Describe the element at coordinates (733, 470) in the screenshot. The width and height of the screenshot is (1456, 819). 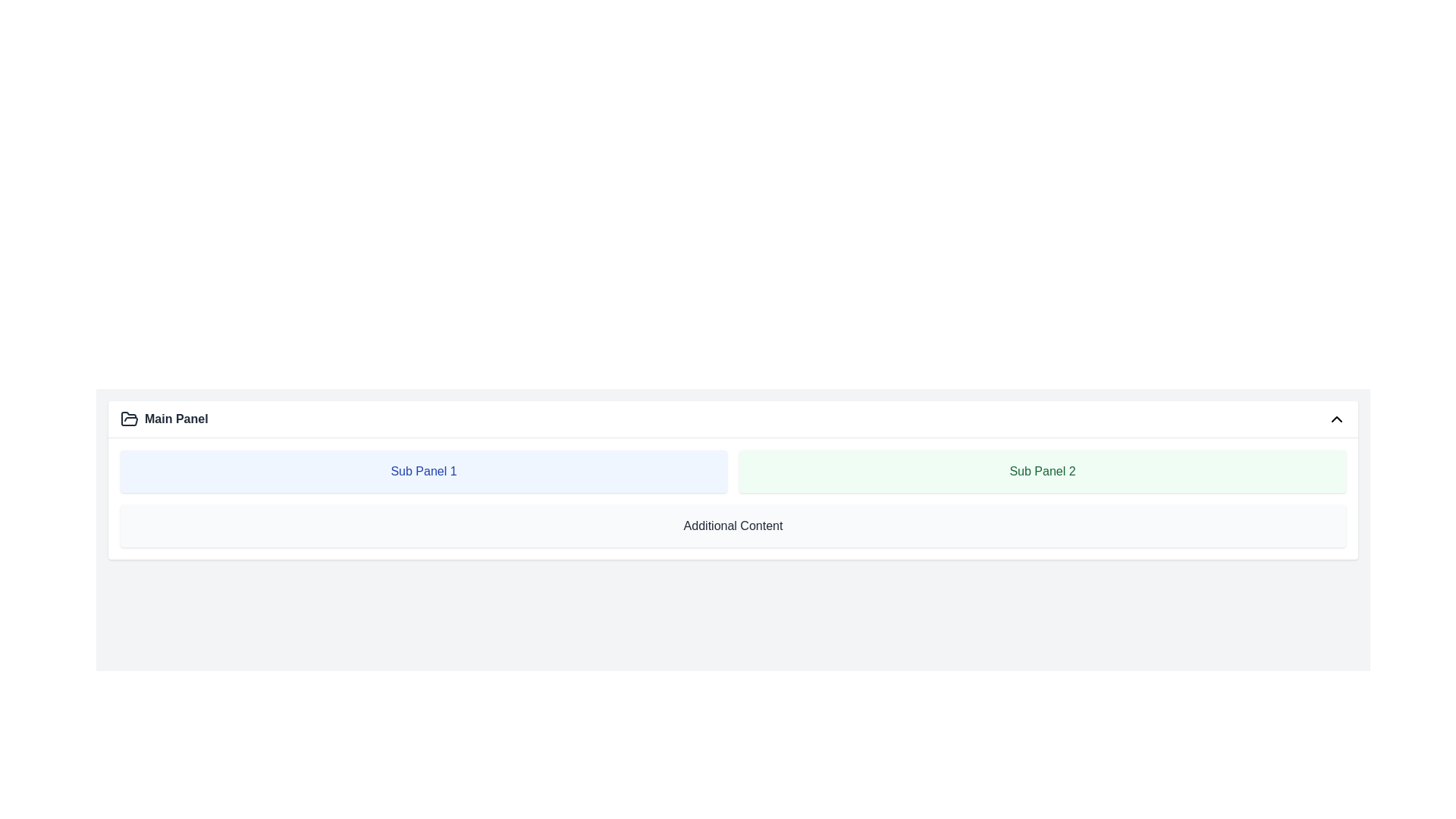
I see `the segmented panel consisting of 'Sub Panel 1' and 'Sub Panel 2'` at that location.